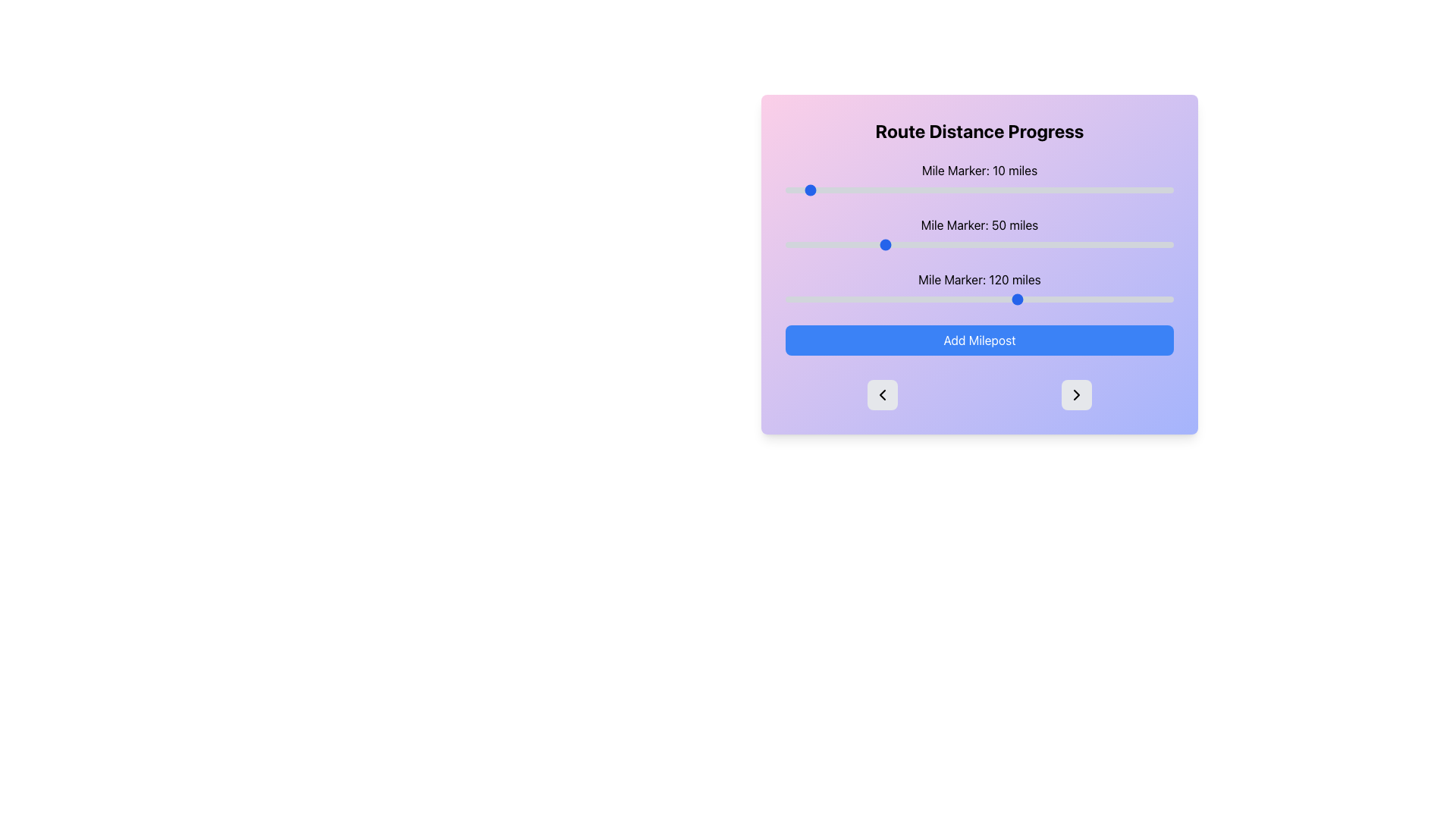  I want to click on the rectangular button with a rounded rectangle shape and a right-facing black chevron icon, located at the bottom-right area of the 'Route Distance Progress' box, so click(1076, 394).